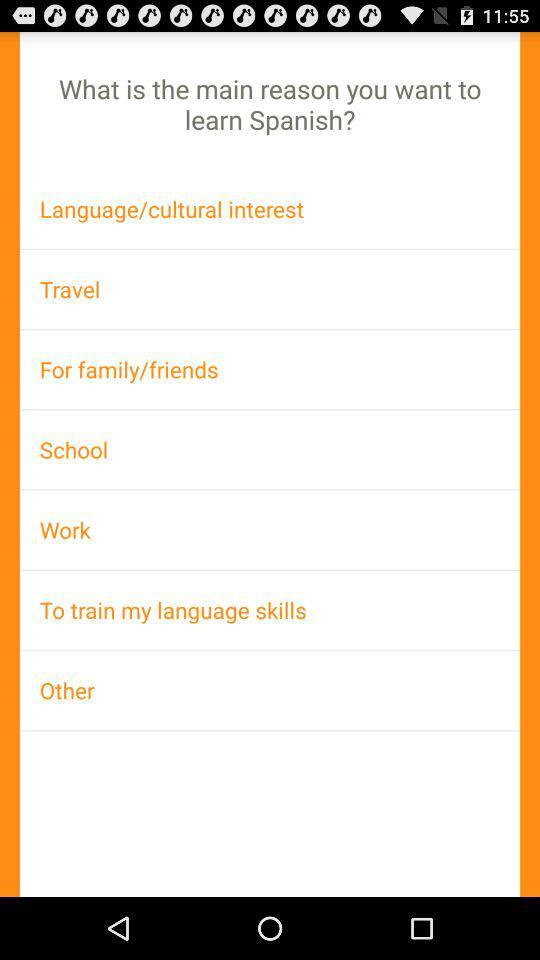 This screenshot has width=540, height=960. What do you see at coordinates (270, 528) in the screenshot?
I see `the work app` at bounding box center [270, 528].